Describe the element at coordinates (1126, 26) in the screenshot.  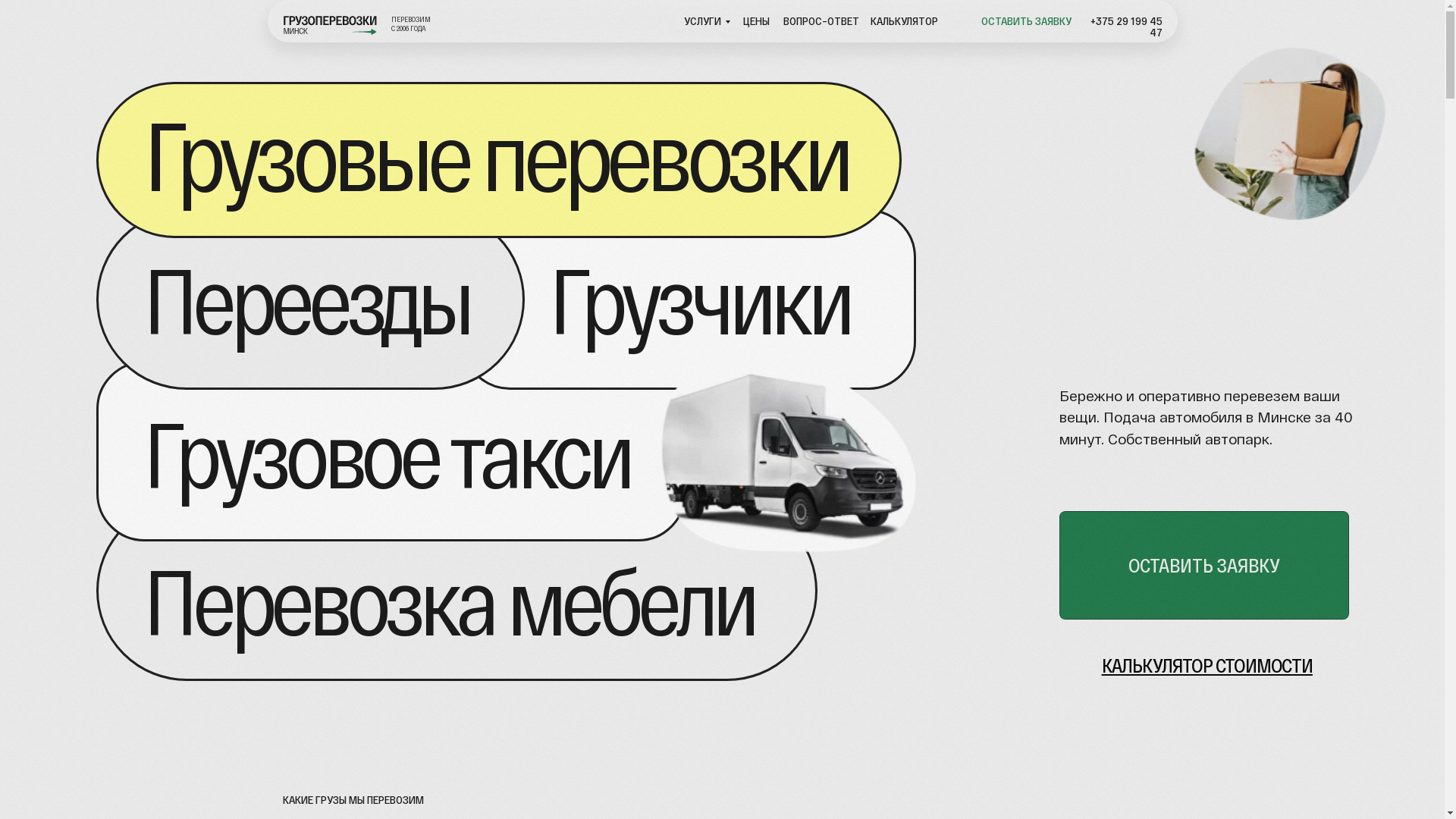
I see `'+375 29 199 45 47'` at that location.